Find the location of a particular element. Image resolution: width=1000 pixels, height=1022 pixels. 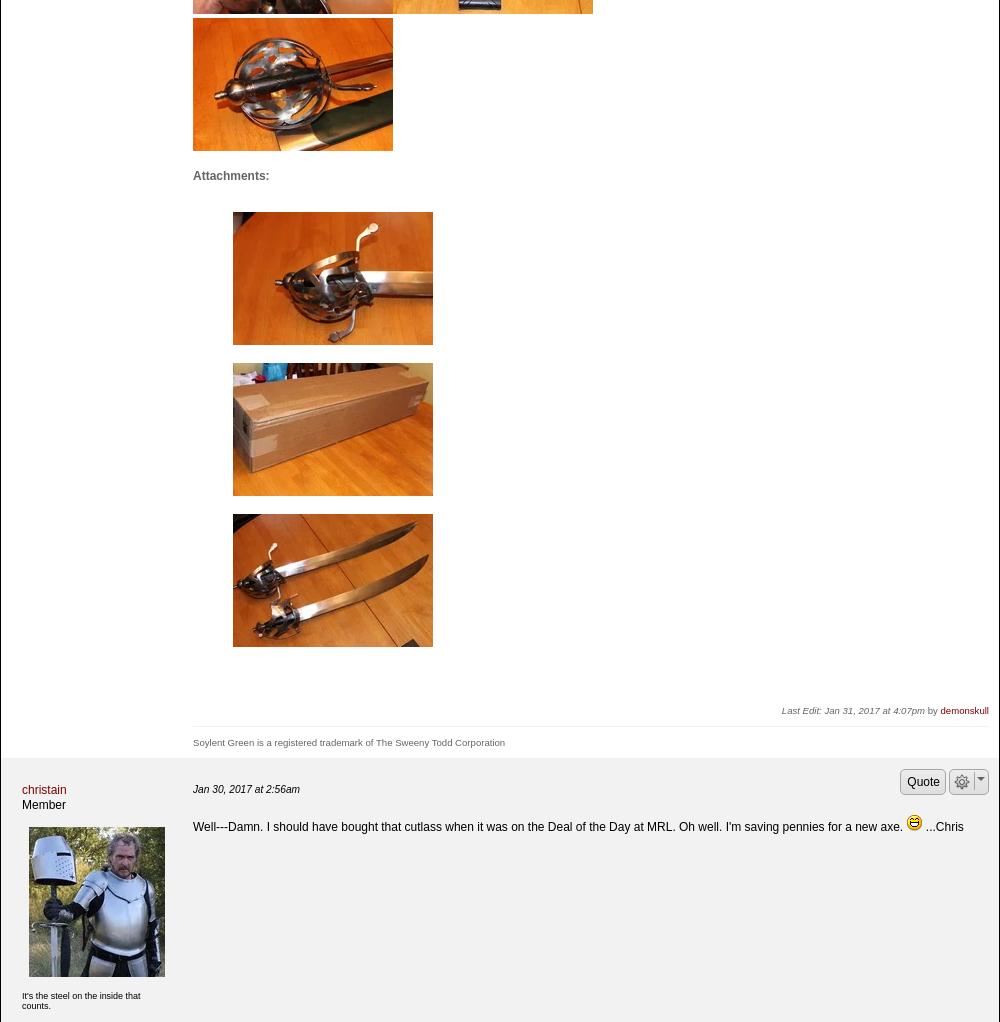

'Last Edit:' is located at coordinates (801, 710).